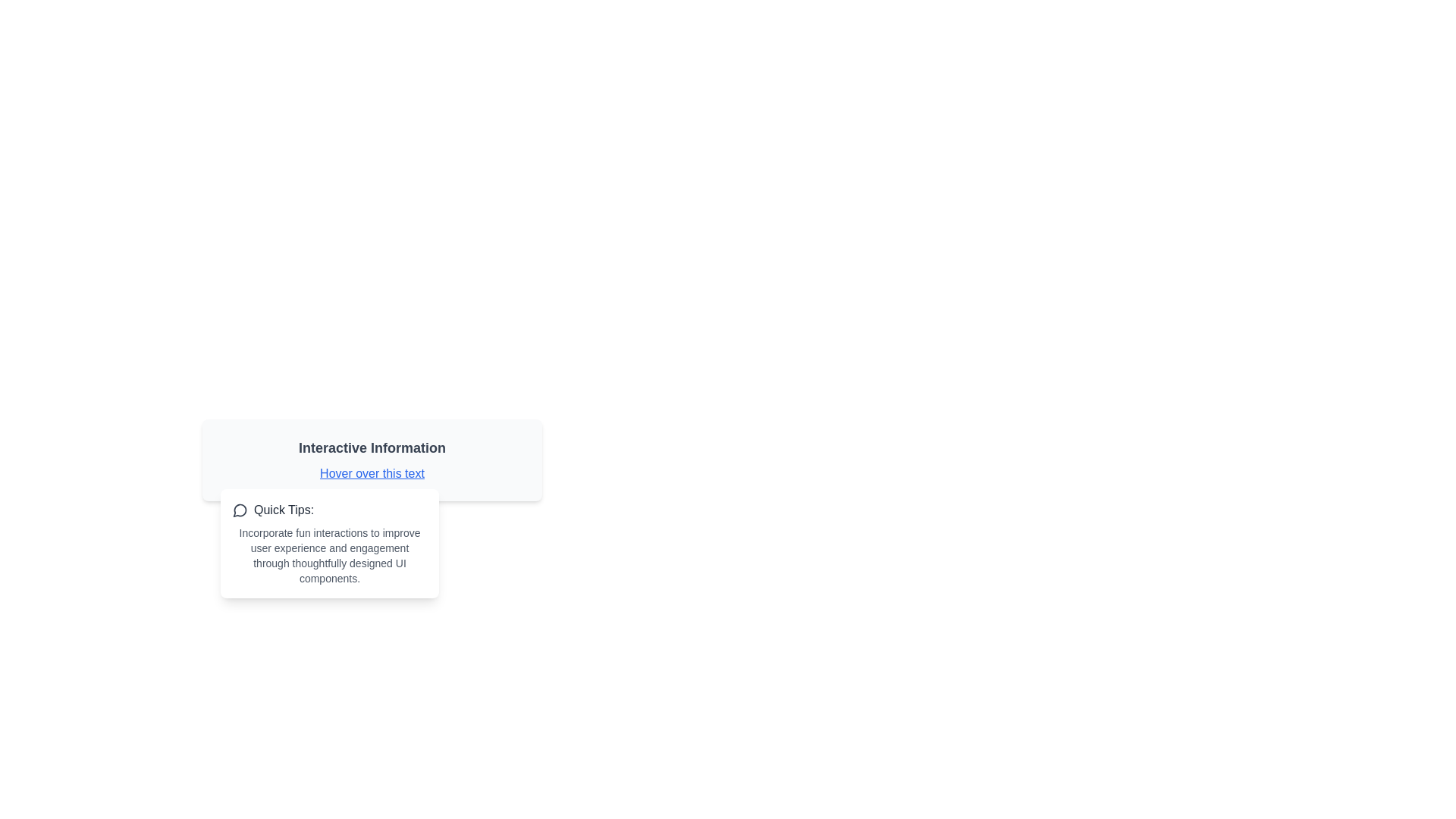 This screenshot has height=819, width=1456. What do you see at coordinates (372, 472) in the screenshot?
I see `the interactive text styled as a hyperlink that reads 'Hover over this text' located centrally within the interactive group under the heading 'Interactive Information'` at bounding box center [372, 472].